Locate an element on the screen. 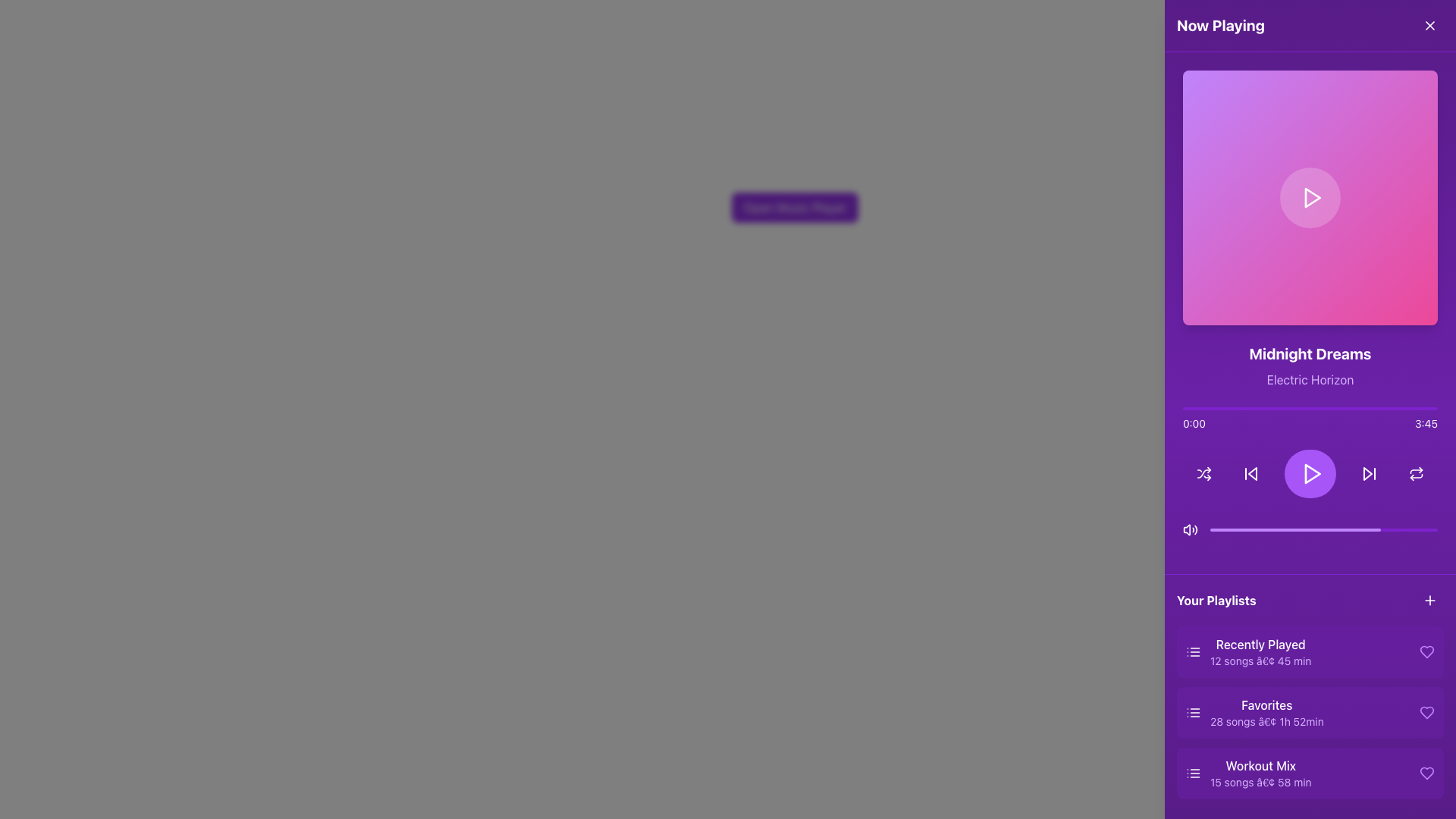 The width and height of the screenshot is (1456, 819). the 'Your Playlists' label displayed in bold white text on a purple background located in the sidebar header section is located at coordinates (1216, 599).